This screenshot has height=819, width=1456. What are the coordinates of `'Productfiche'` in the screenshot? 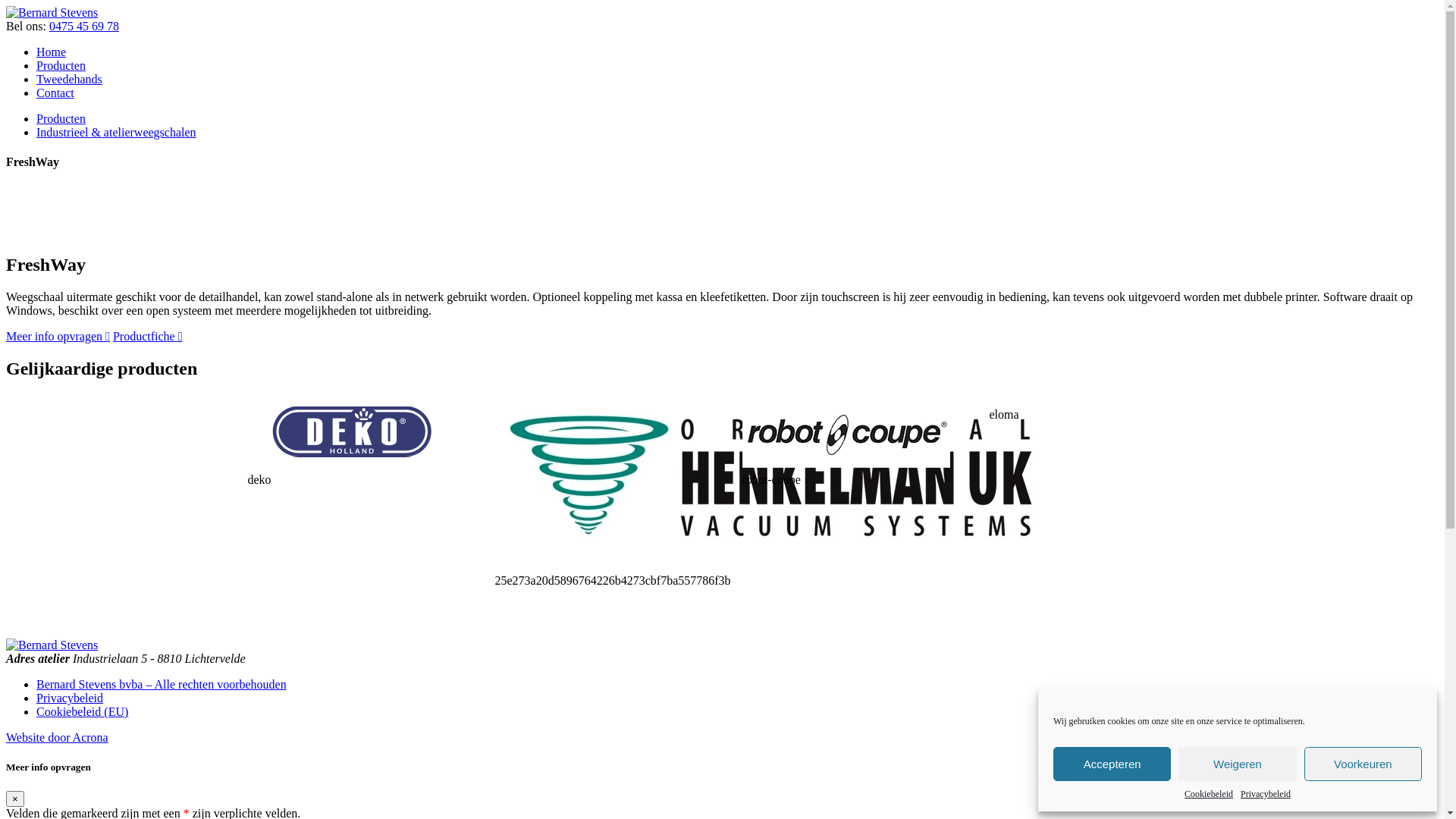 It's located at (148, 335).